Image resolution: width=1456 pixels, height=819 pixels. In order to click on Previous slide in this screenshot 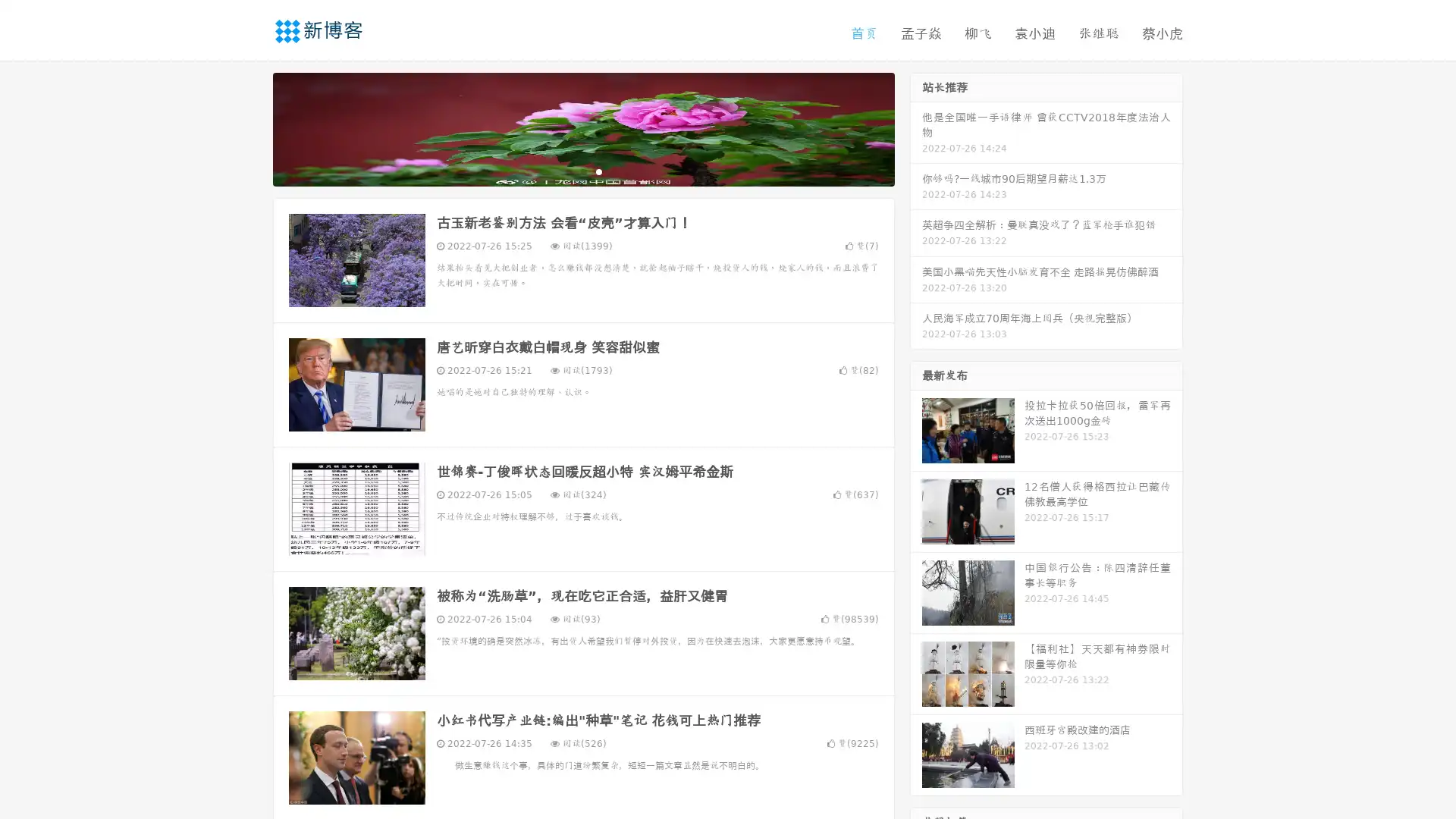, I will do `click(250, 127)`.